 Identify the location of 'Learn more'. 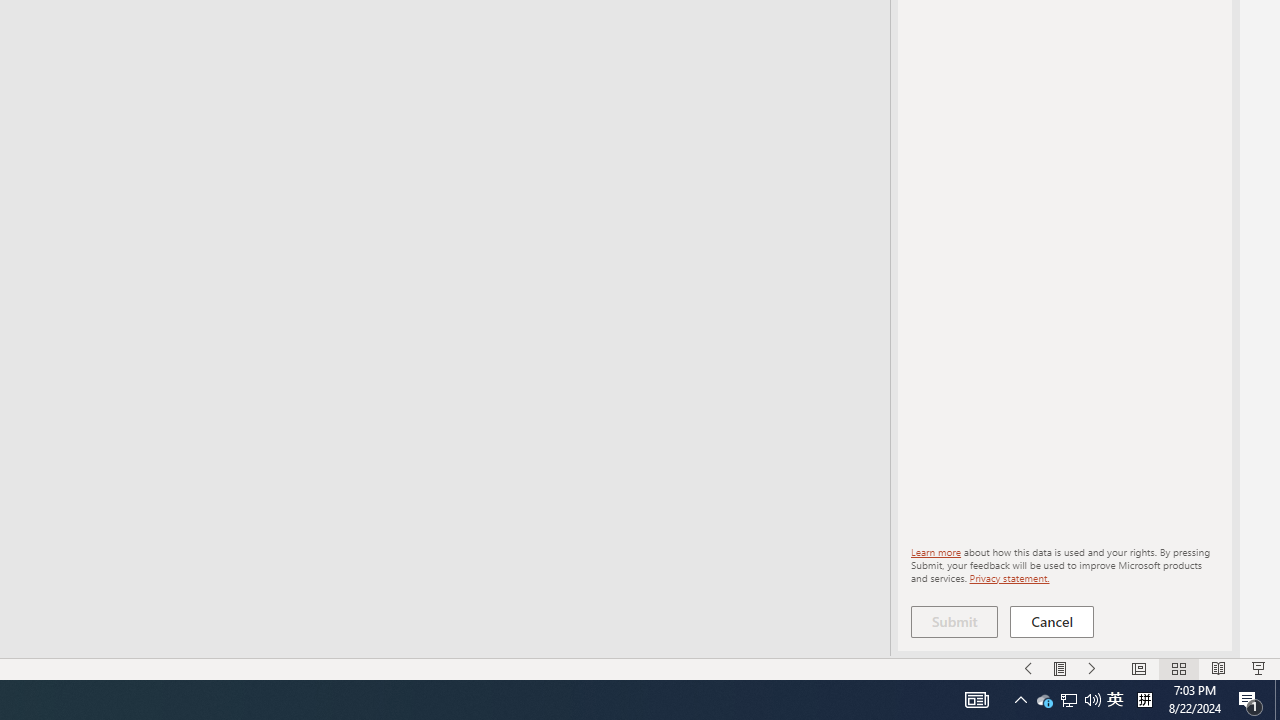
(935, 551).